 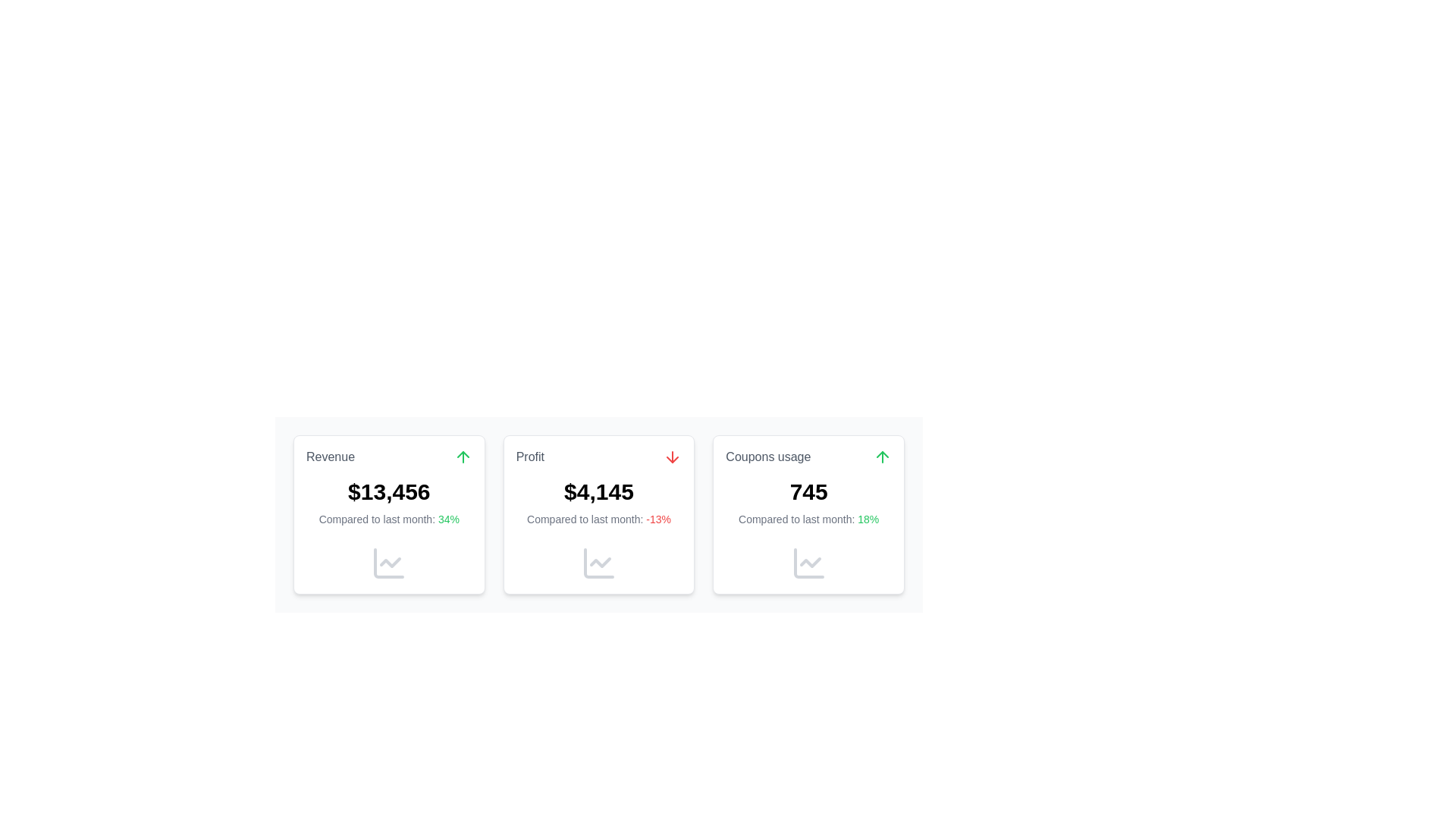 I want to click on the Text label that indicates coupon usage, located in the top section of the rightmost card in a three-card layout, directly above the numerical value and to the left of the upward arrow icon, so click(x=768, y=456).